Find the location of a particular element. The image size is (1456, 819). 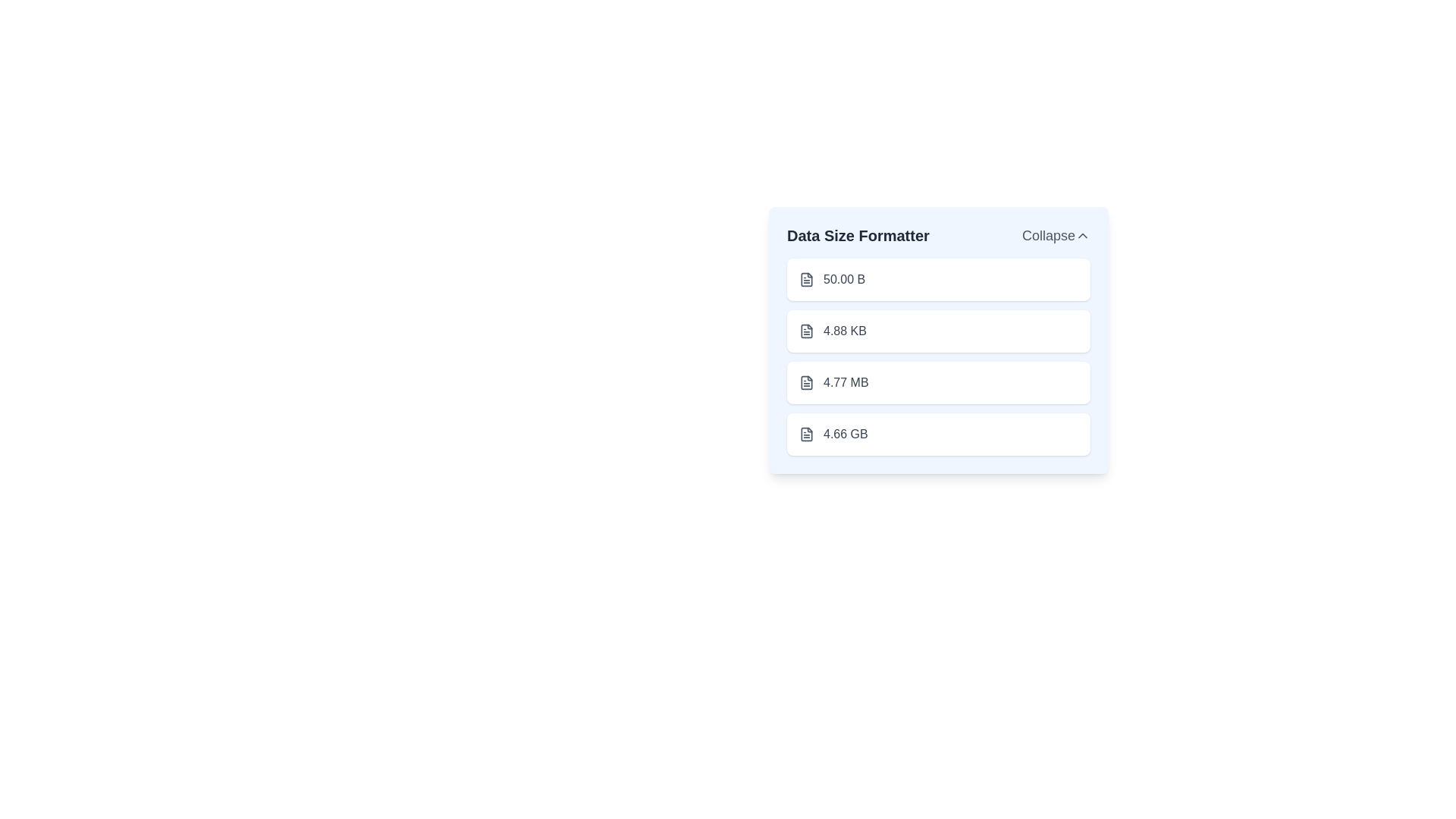

the icon located to the left side of the box displaying '4.66 GB', which serves as a visual aid for data size is located at coordinates (806, 435).